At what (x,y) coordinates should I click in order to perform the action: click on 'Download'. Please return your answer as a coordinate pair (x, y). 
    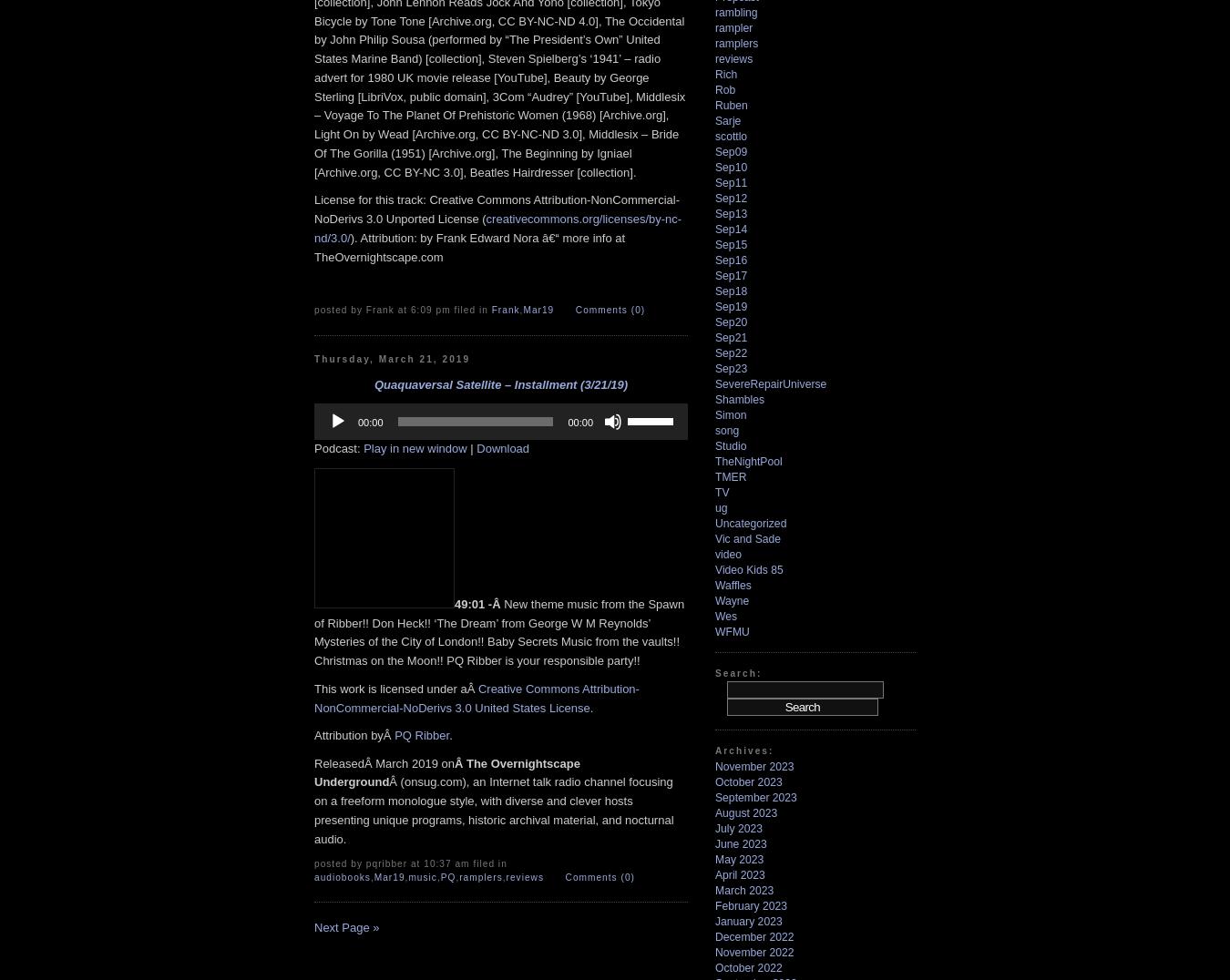
    Looking at the image, I should click on (502, 447).